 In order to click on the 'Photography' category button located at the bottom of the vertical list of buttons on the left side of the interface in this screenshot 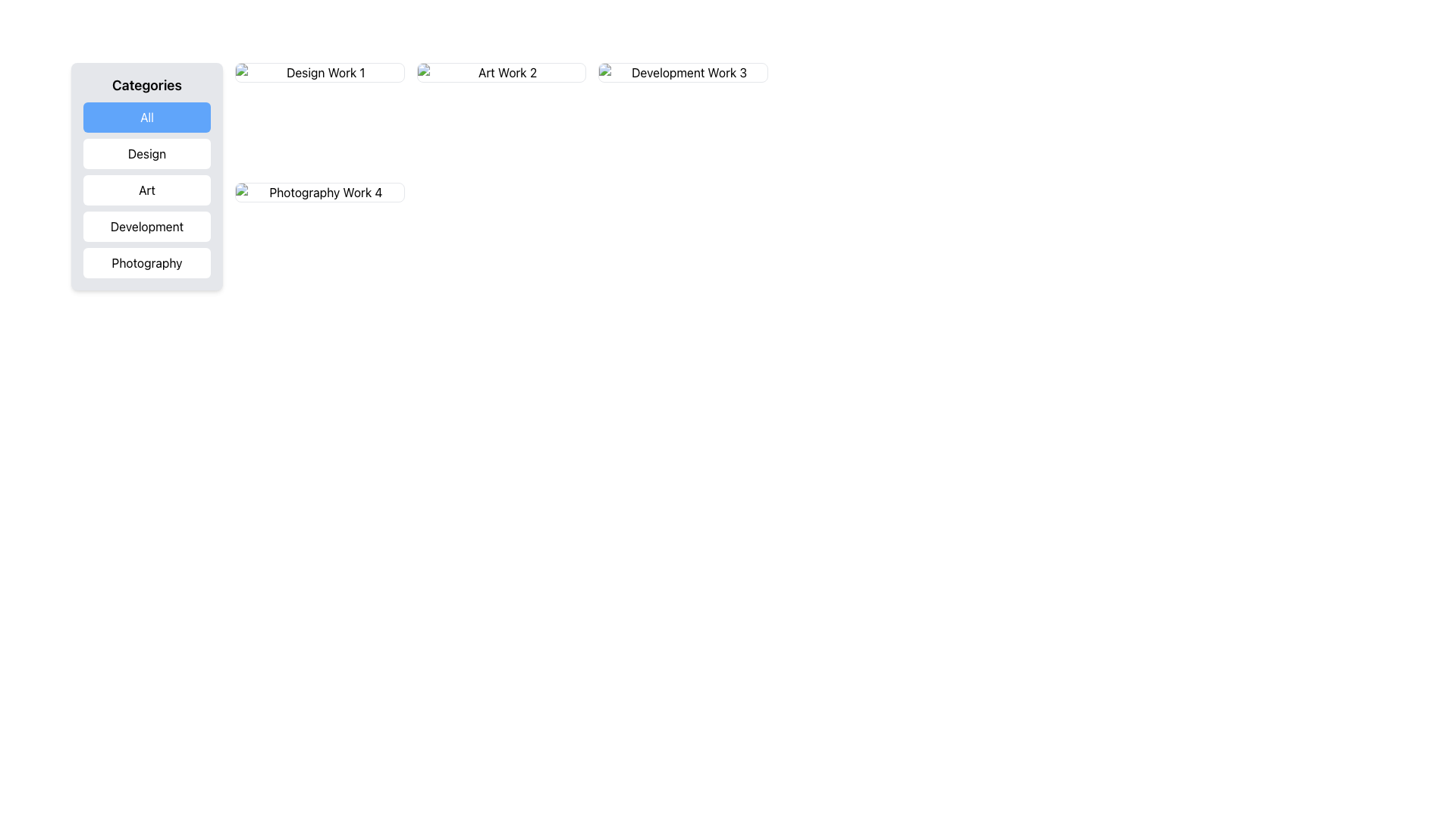, I will do `click(146, 262)`.